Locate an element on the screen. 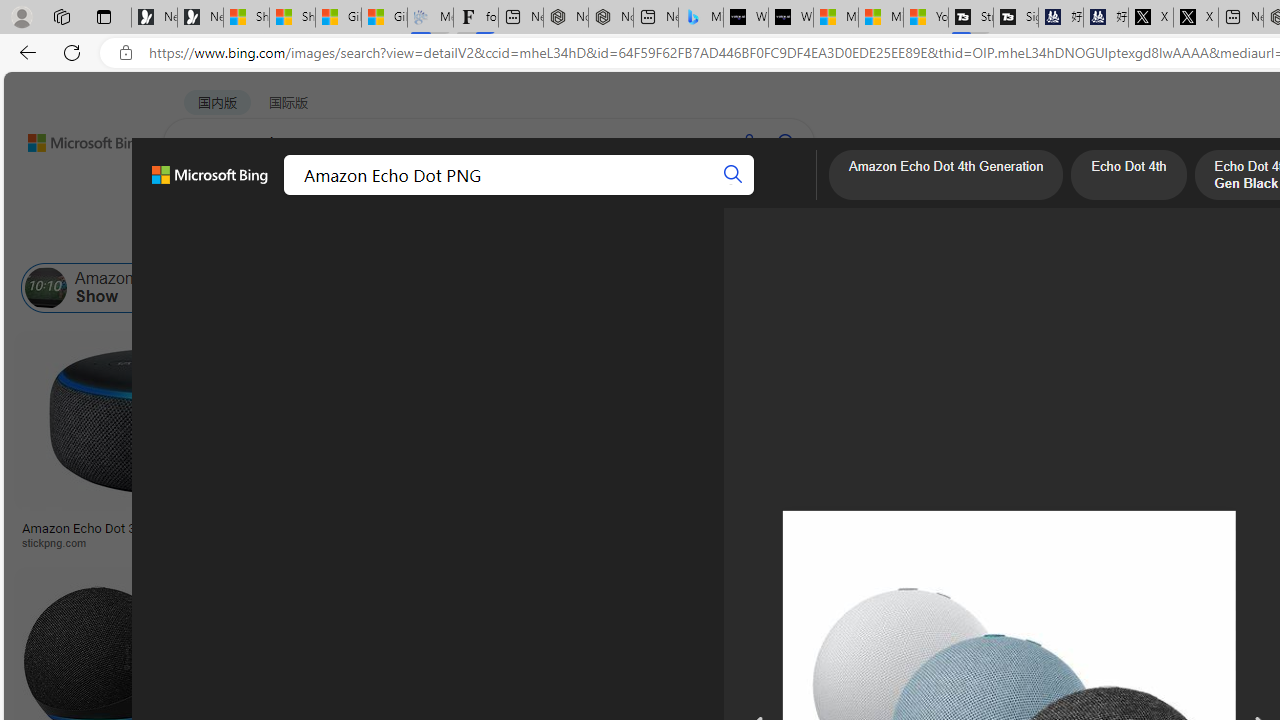 The image size is (1280, 720). 'VIDEOS' is located at coordinates (457, 195).